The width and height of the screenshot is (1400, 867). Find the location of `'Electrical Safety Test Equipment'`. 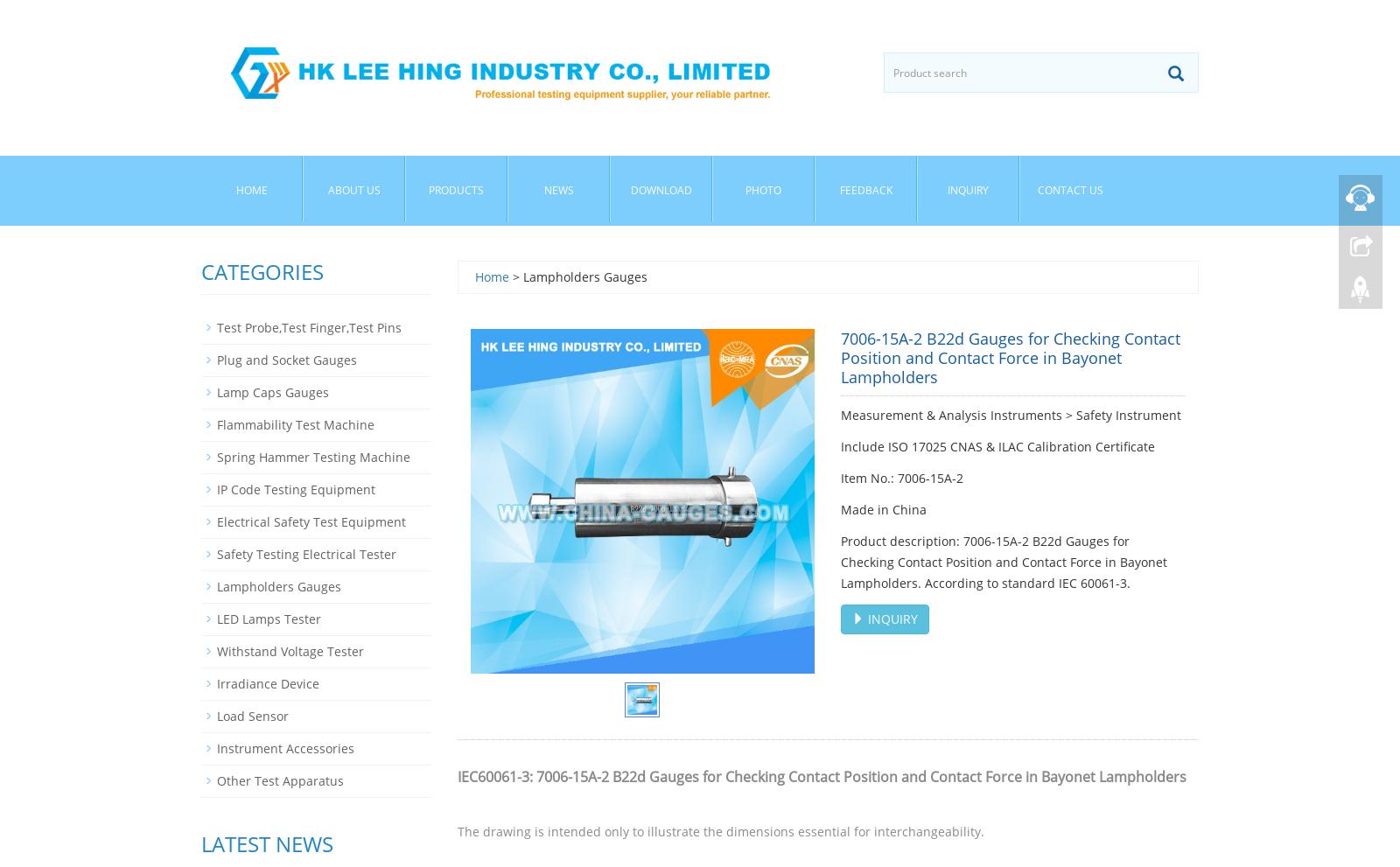

'Electrical Safety Test Equipment' is located at coordinates (311, 521).